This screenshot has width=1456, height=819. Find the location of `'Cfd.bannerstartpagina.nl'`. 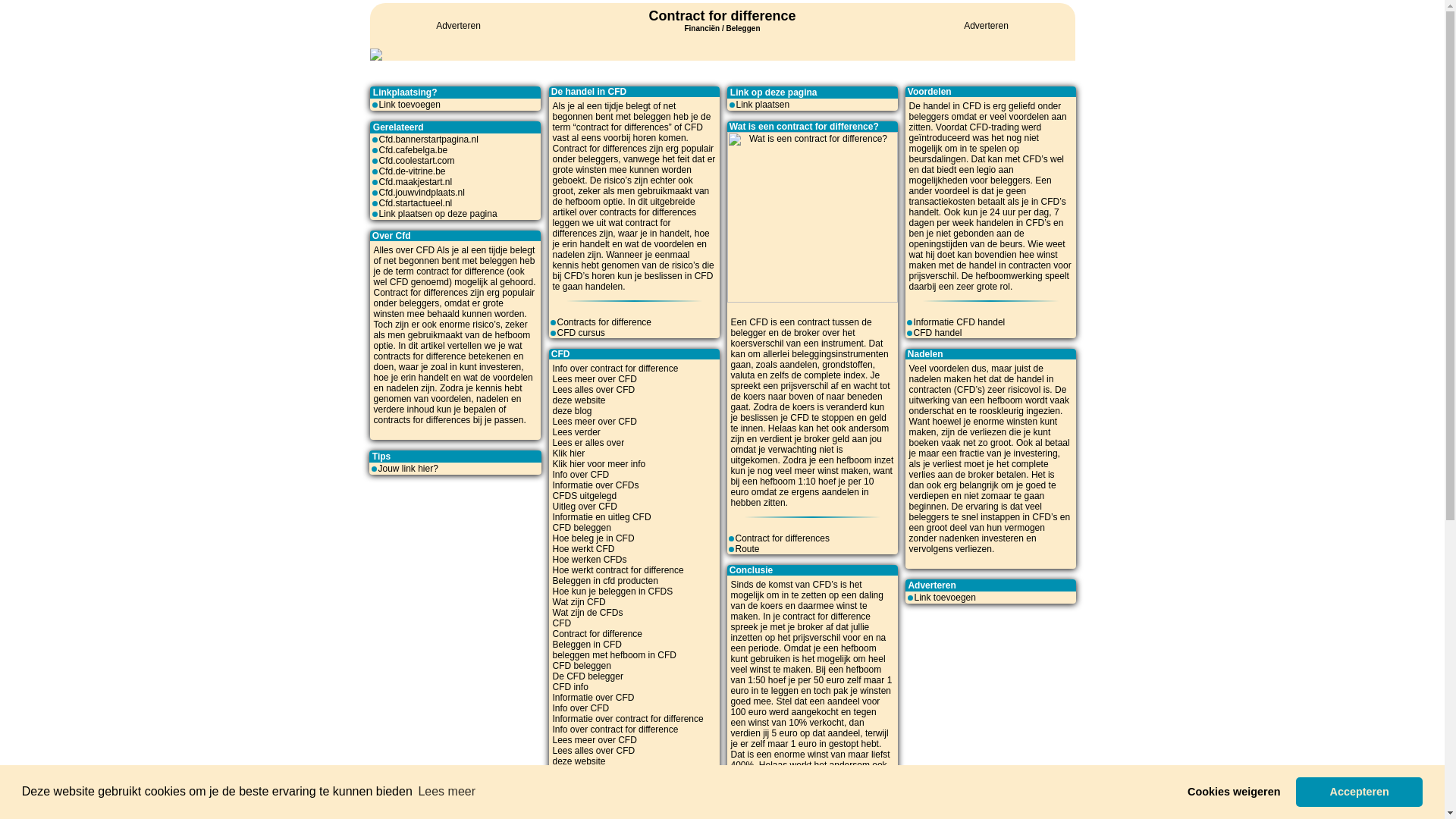

'Cfd.bannerstartpagina.nl' is located at coordinates (428, 140).